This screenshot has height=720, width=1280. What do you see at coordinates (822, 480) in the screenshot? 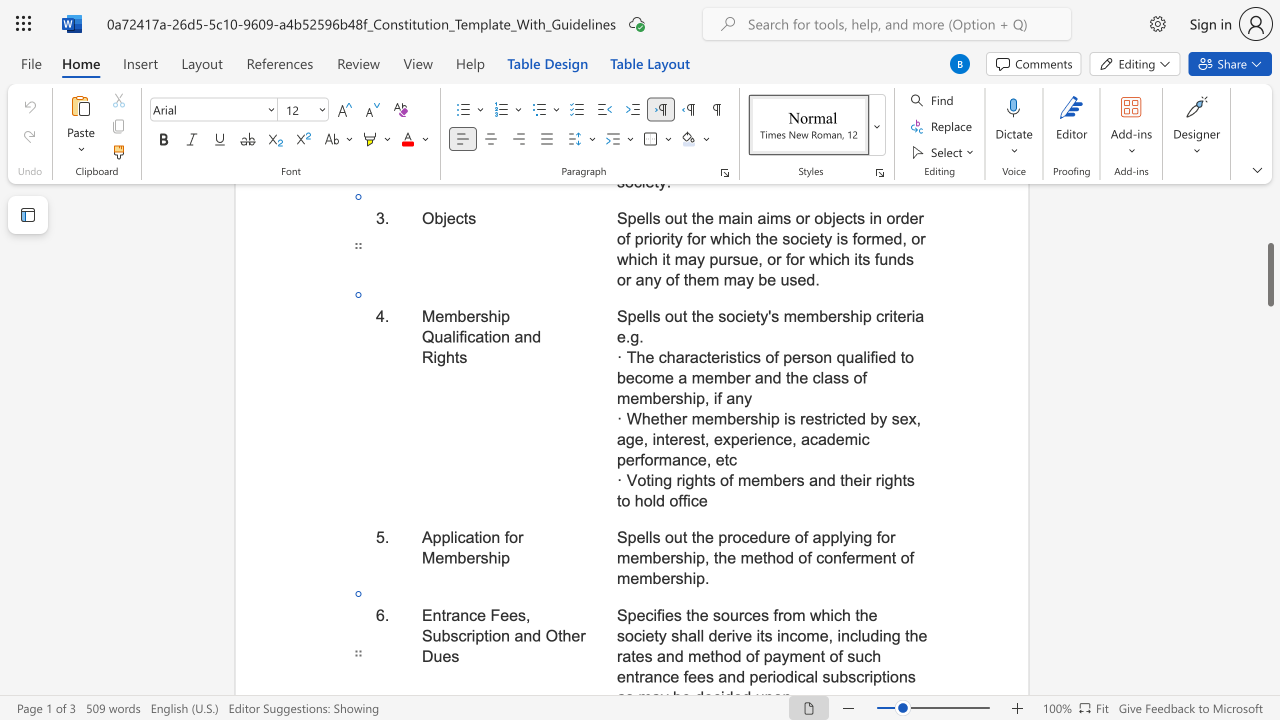
I see `the 2th character "n" in the text` at bounding box center [822, 480].